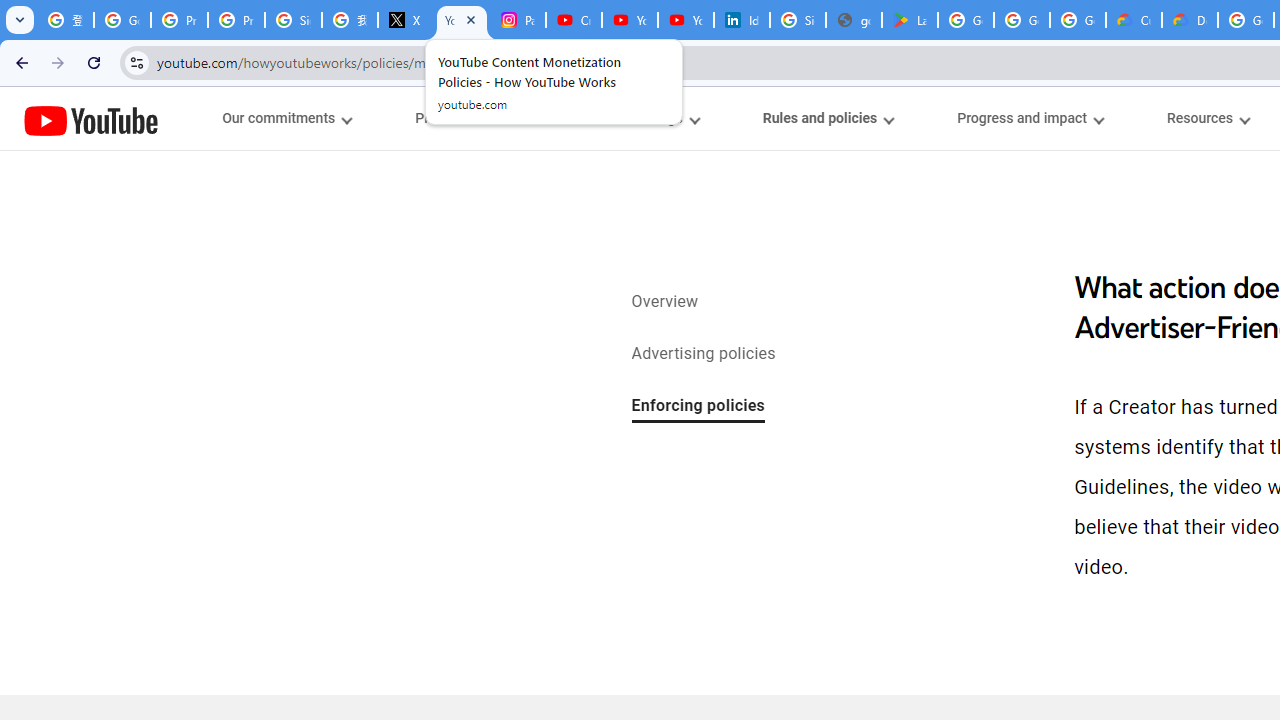 This screenshot has width=1280, height=720. What do you see at coordinates (20, 20) in the screenshot?
I see `'Search tabs'` at bounding box center [20, 20].